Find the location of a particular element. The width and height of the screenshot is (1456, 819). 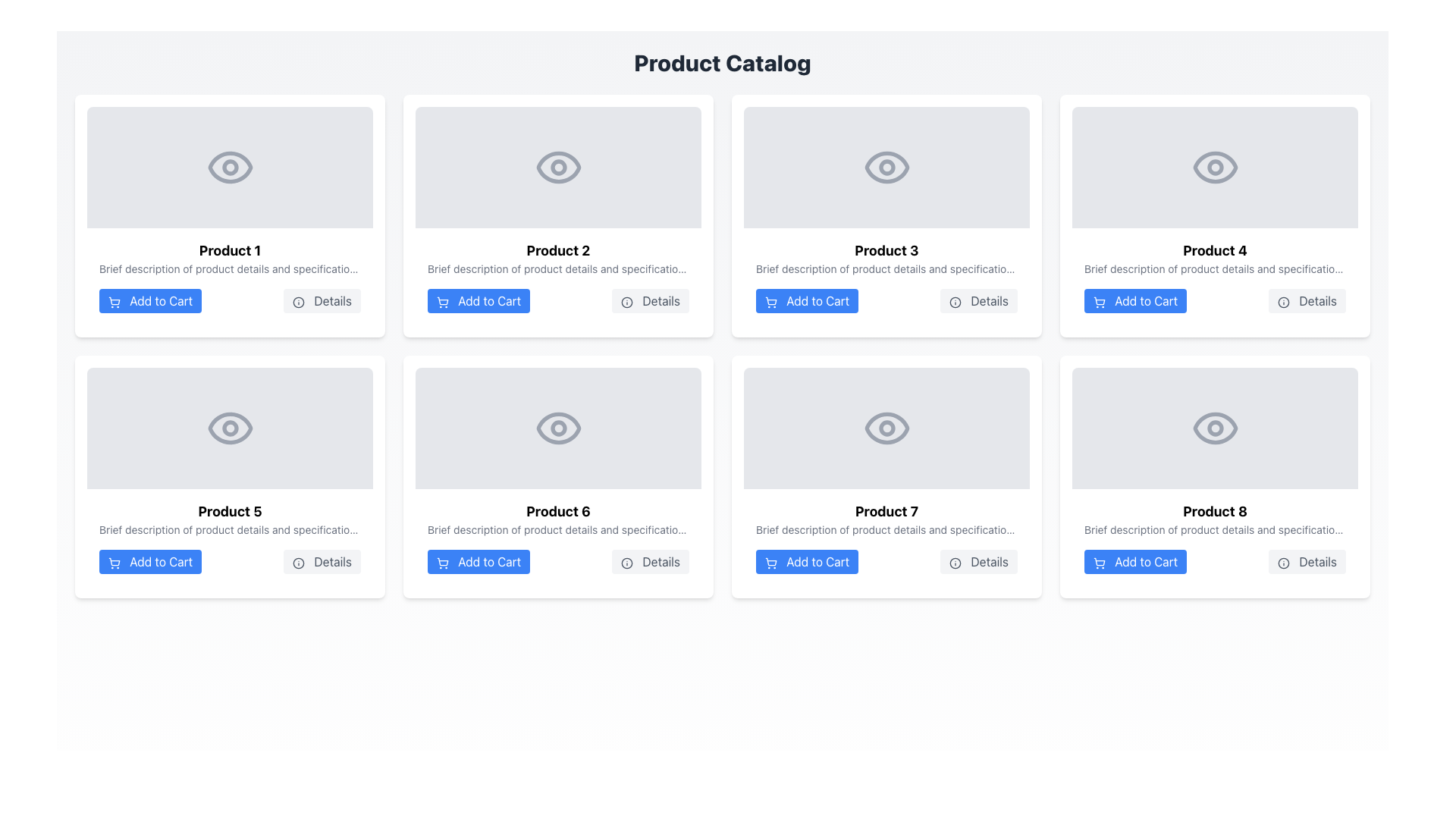

the title text 'Product 1' located at the upper section of the product card is located at coordinates (229, 250).